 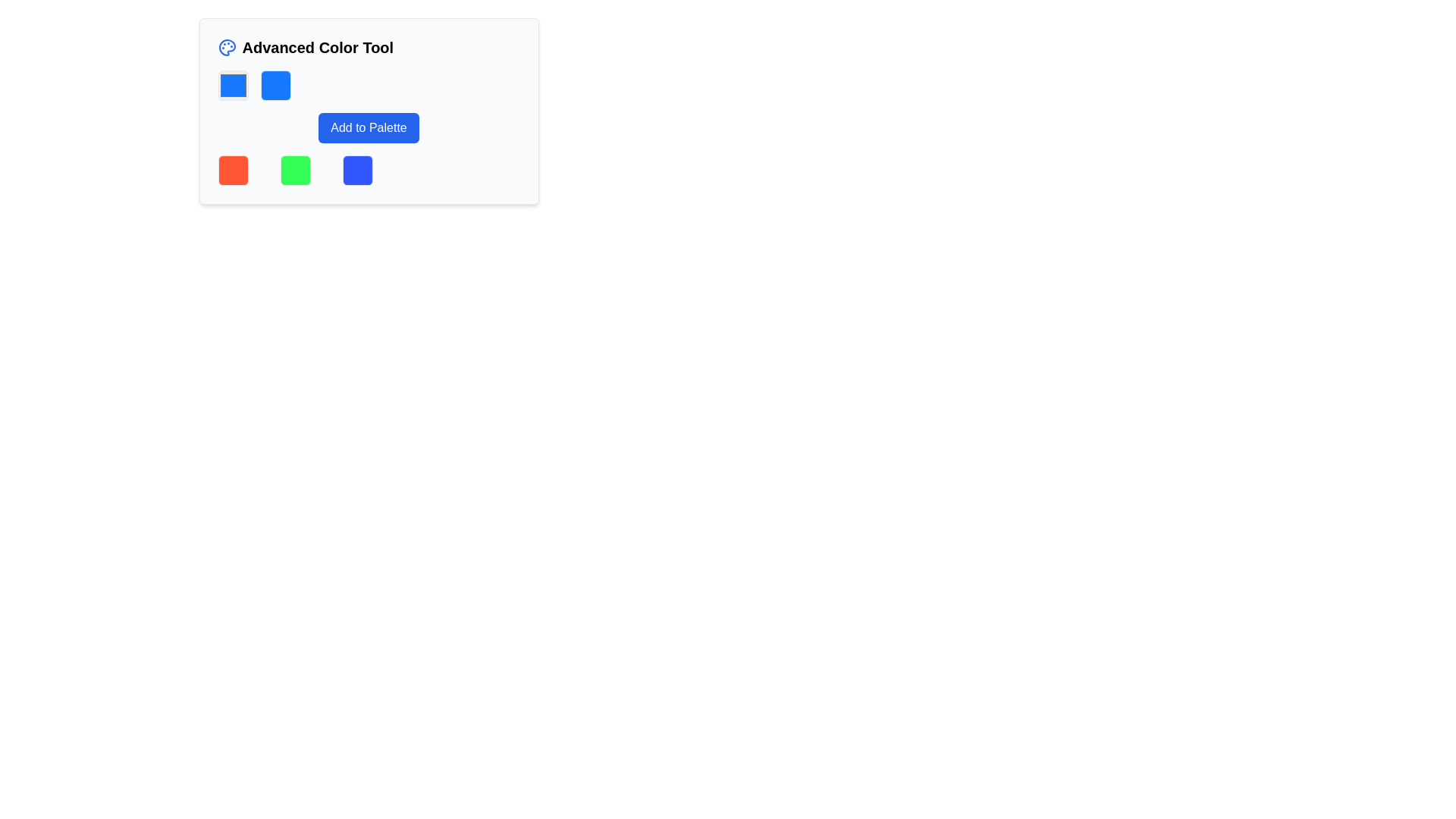 I want to click on the second square in the horizontal row of color options within the 'Advanced Color Tool' interface, so click(x=275, y=85).